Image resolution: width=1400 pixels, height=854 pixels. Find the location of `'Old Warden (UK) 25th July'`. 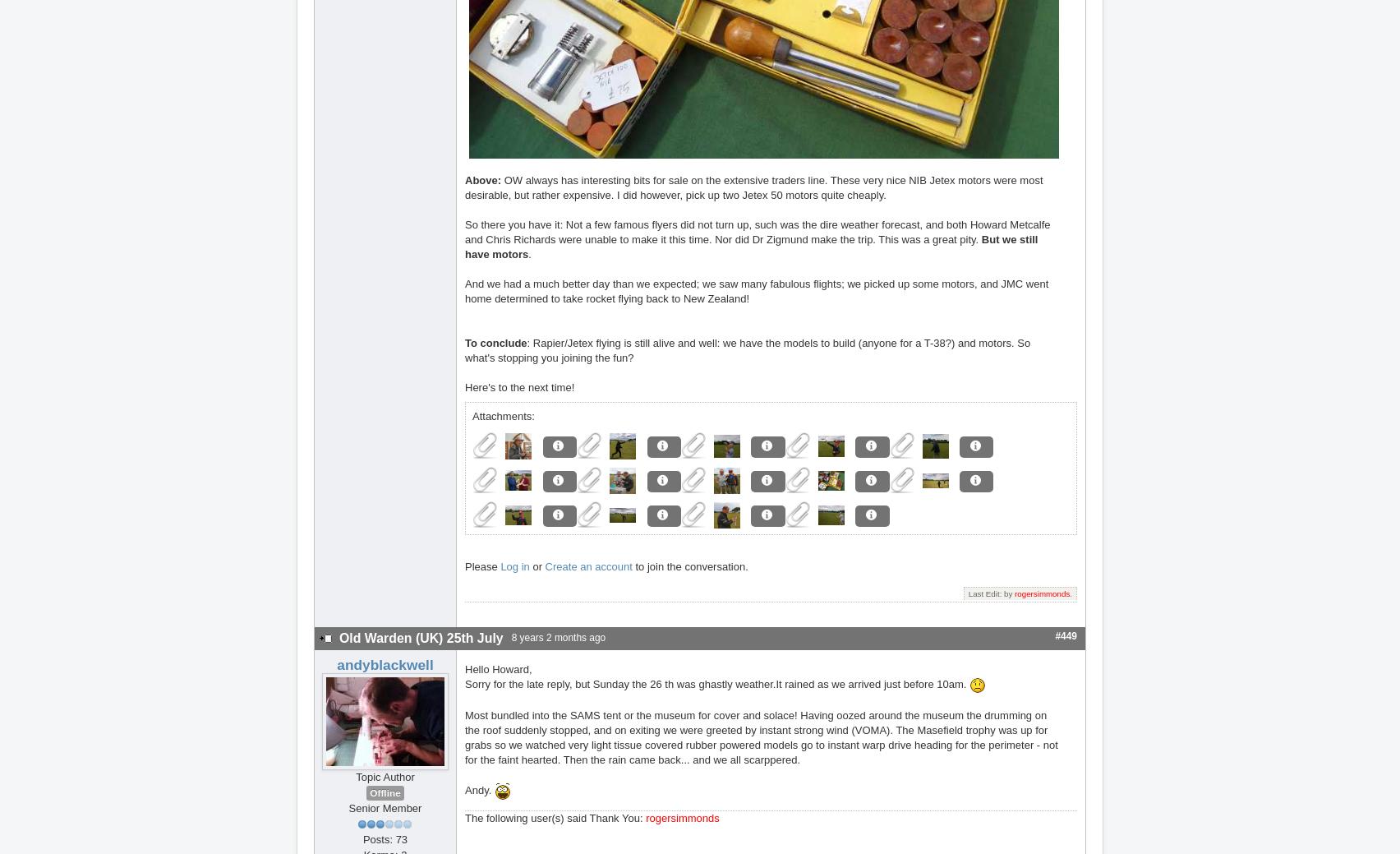

'Old Warden (UK) 25th July' is located at coordinates (421, 637).